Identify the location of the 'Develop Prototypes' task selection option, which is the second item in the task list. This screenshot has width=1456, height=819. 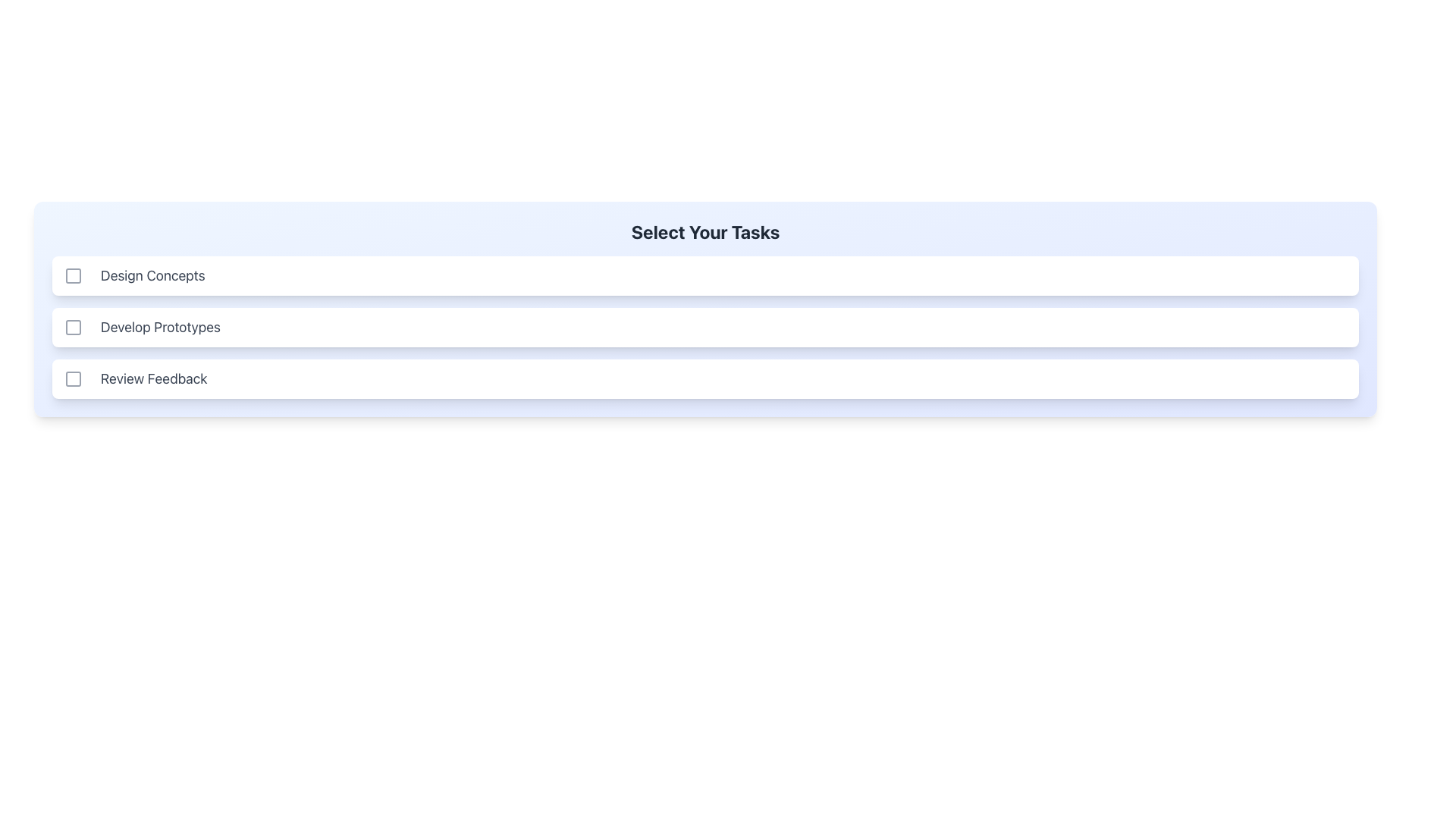
(704, 327).